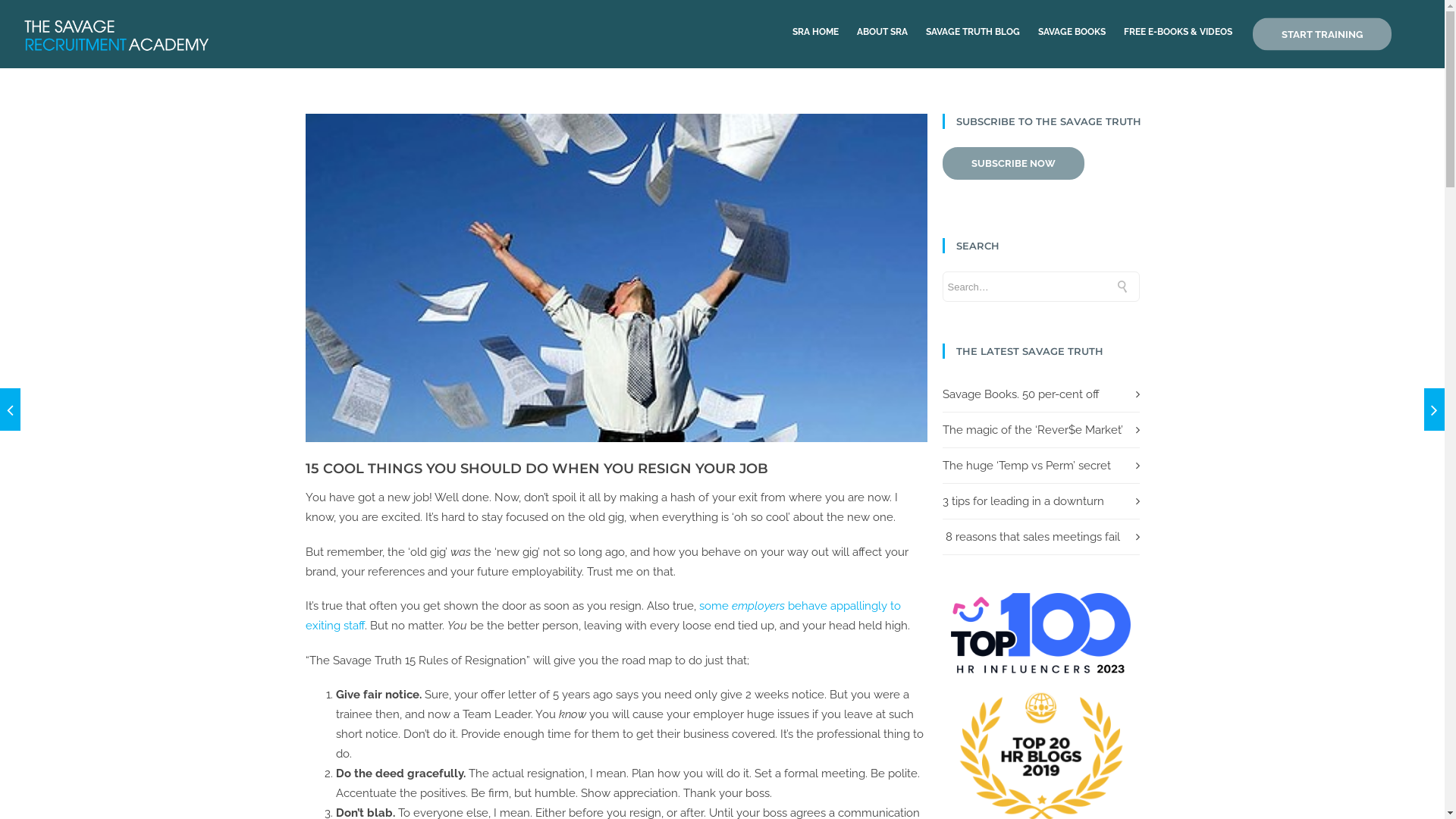 This screenshot has width=1456, height=819. What do you see at coordinates (1012, 163) in the screenshot?
I see `'SUBSCRIBE NOW'` at bounding box center [1012, 163].